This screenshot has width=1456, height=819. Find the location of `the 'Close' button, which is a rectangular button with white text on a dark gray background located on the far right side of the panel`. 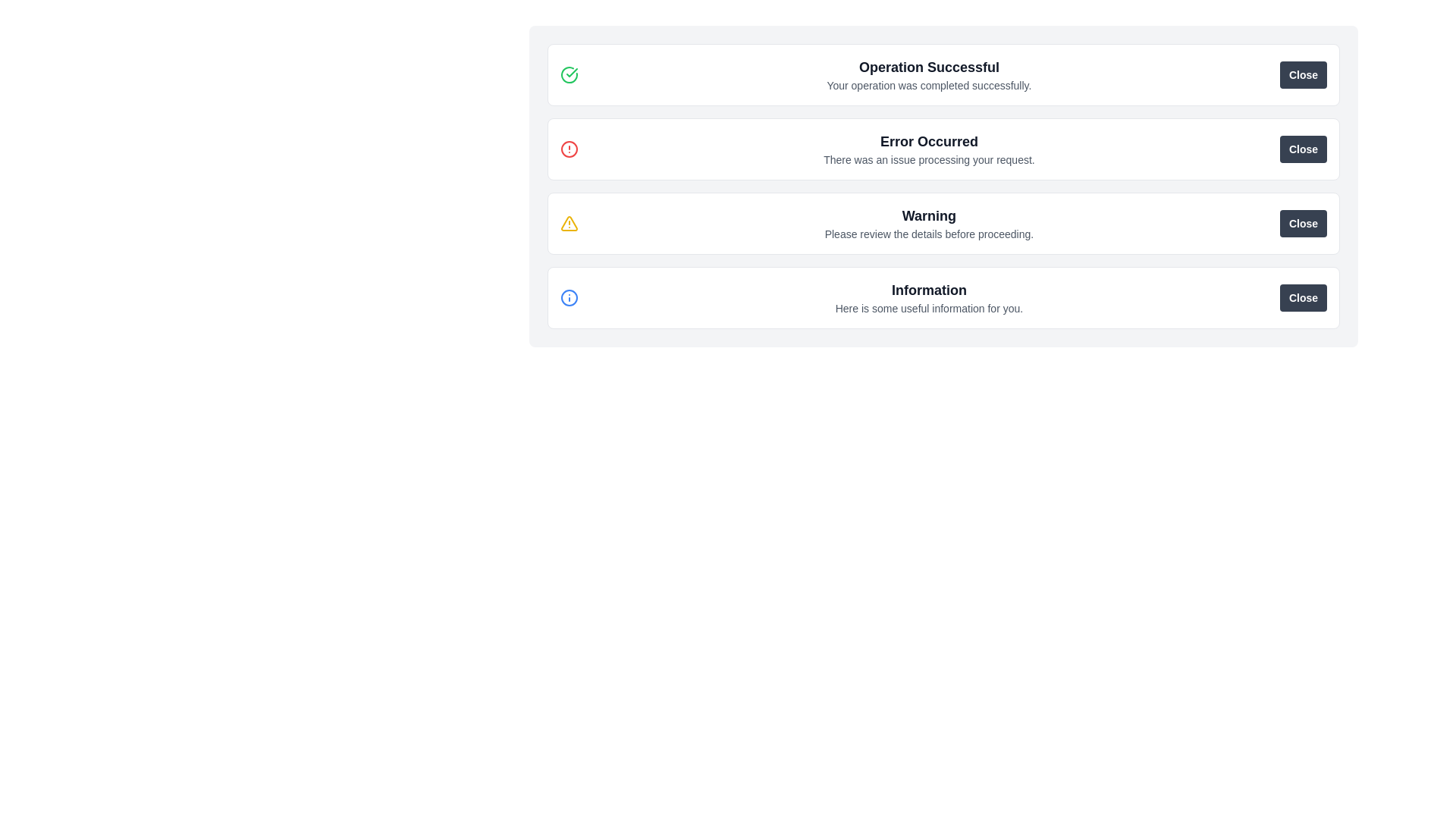

the 'Close' button, which is a rectangular button with white text on a dark gray background located on the far right side of the panel is located at coordinates (1302, 298).